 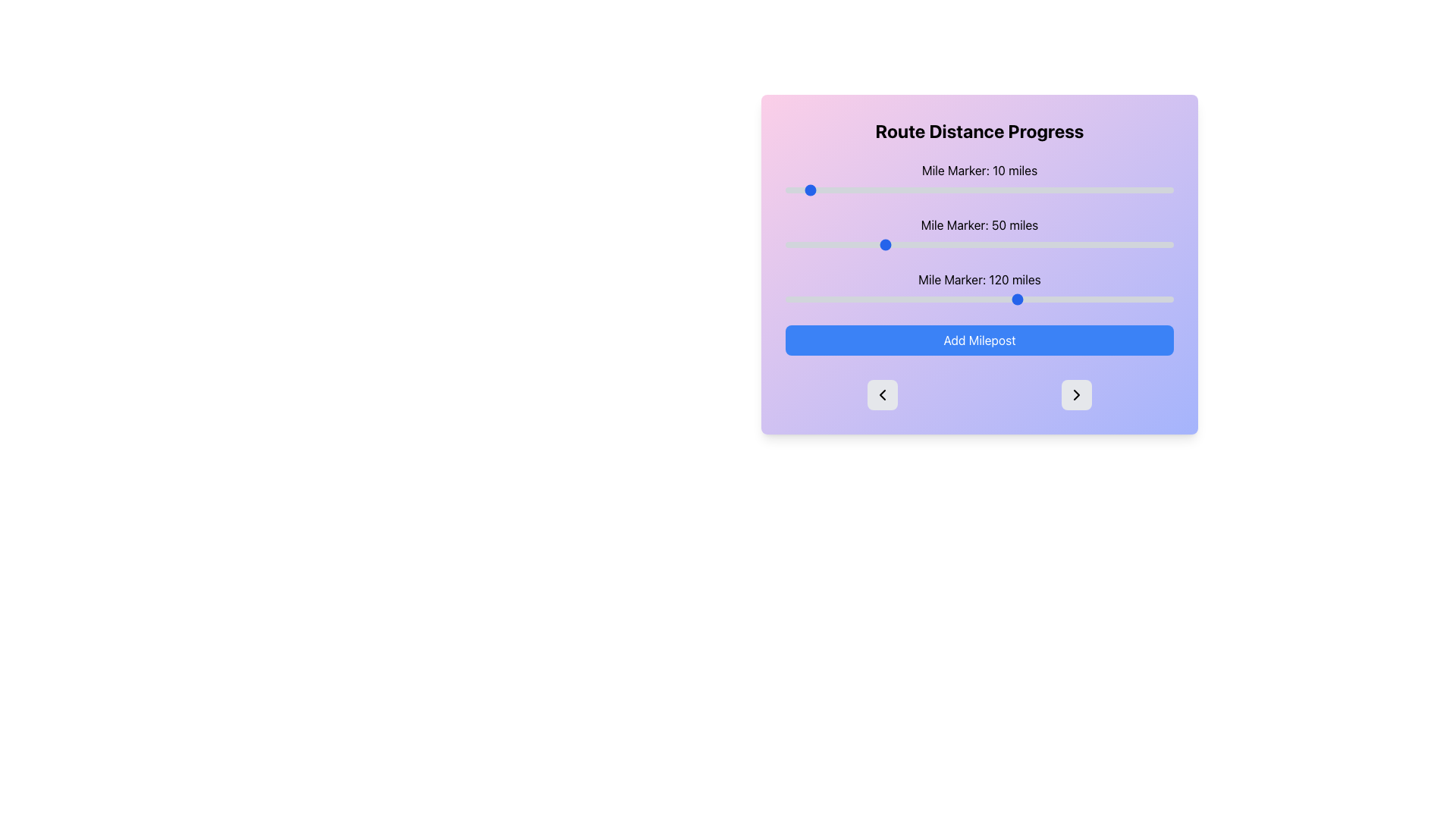 What do you see at coordinates (979, 244) in the screenshot?
I see `the horizontal slider control with a gray background and blue accent indicator, which is associated with the label 'Mile Marker: 50 miles'` at bounding box center [979, 244].